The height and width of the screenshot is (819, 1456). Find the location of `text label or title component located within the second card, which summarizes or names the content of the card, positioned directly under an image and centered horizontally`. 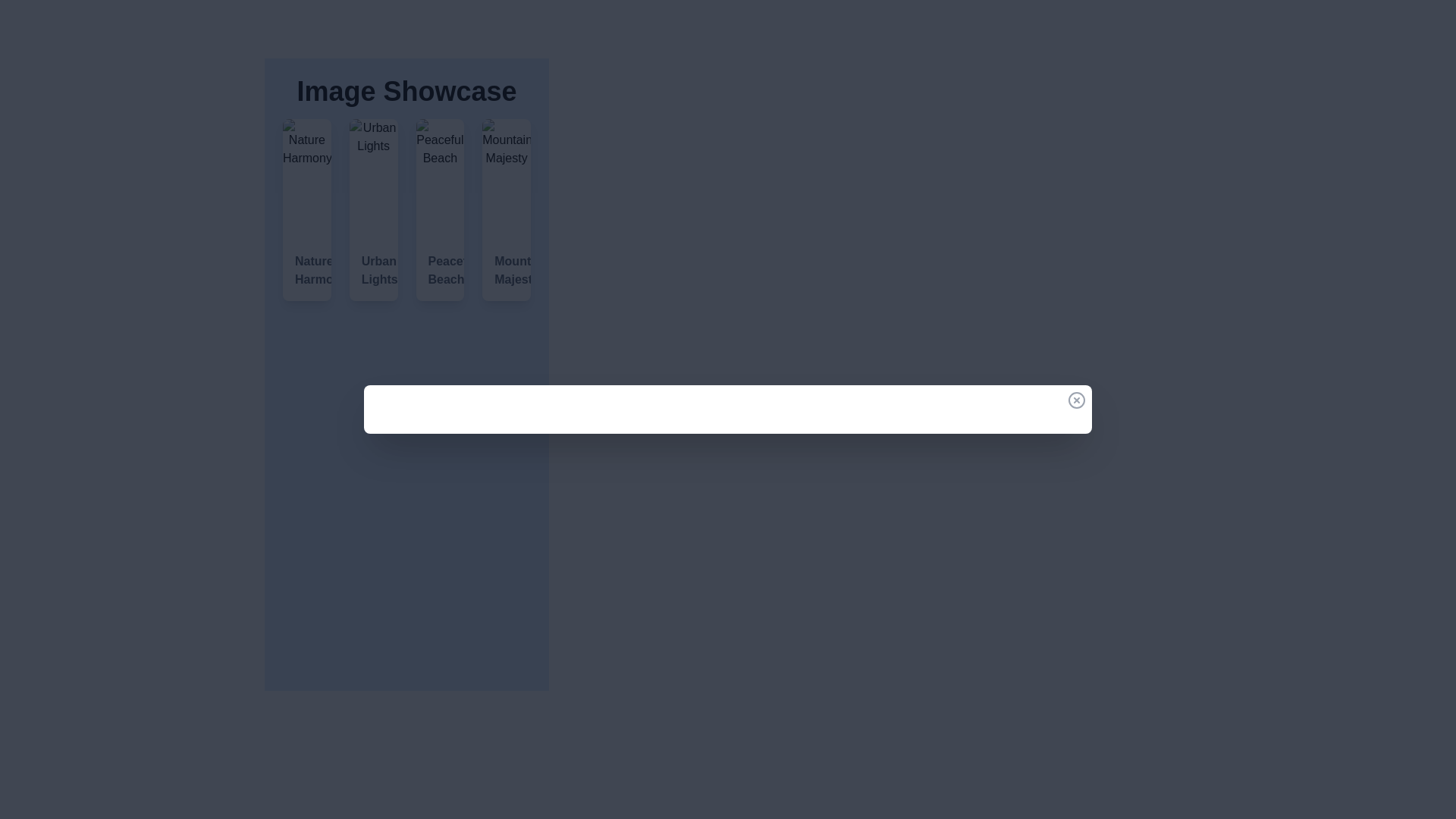

text label or title component located within the second card, which summarizes or names the content of the card, positioned directly under an image and centered horizontally is located at coordinates (373, 270).